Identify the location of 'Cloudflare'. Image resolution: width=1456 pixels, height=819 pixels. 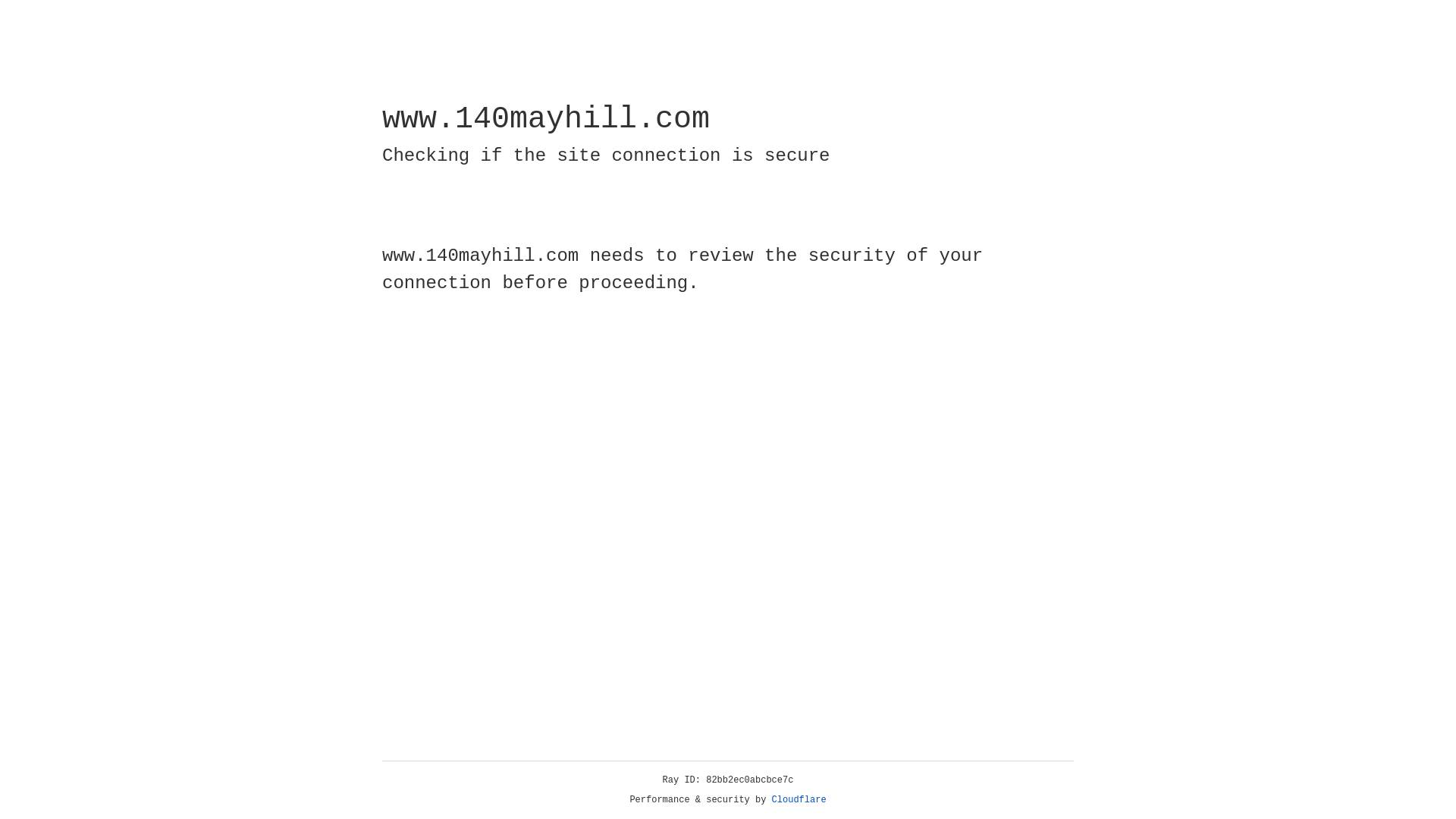
(799, 799).